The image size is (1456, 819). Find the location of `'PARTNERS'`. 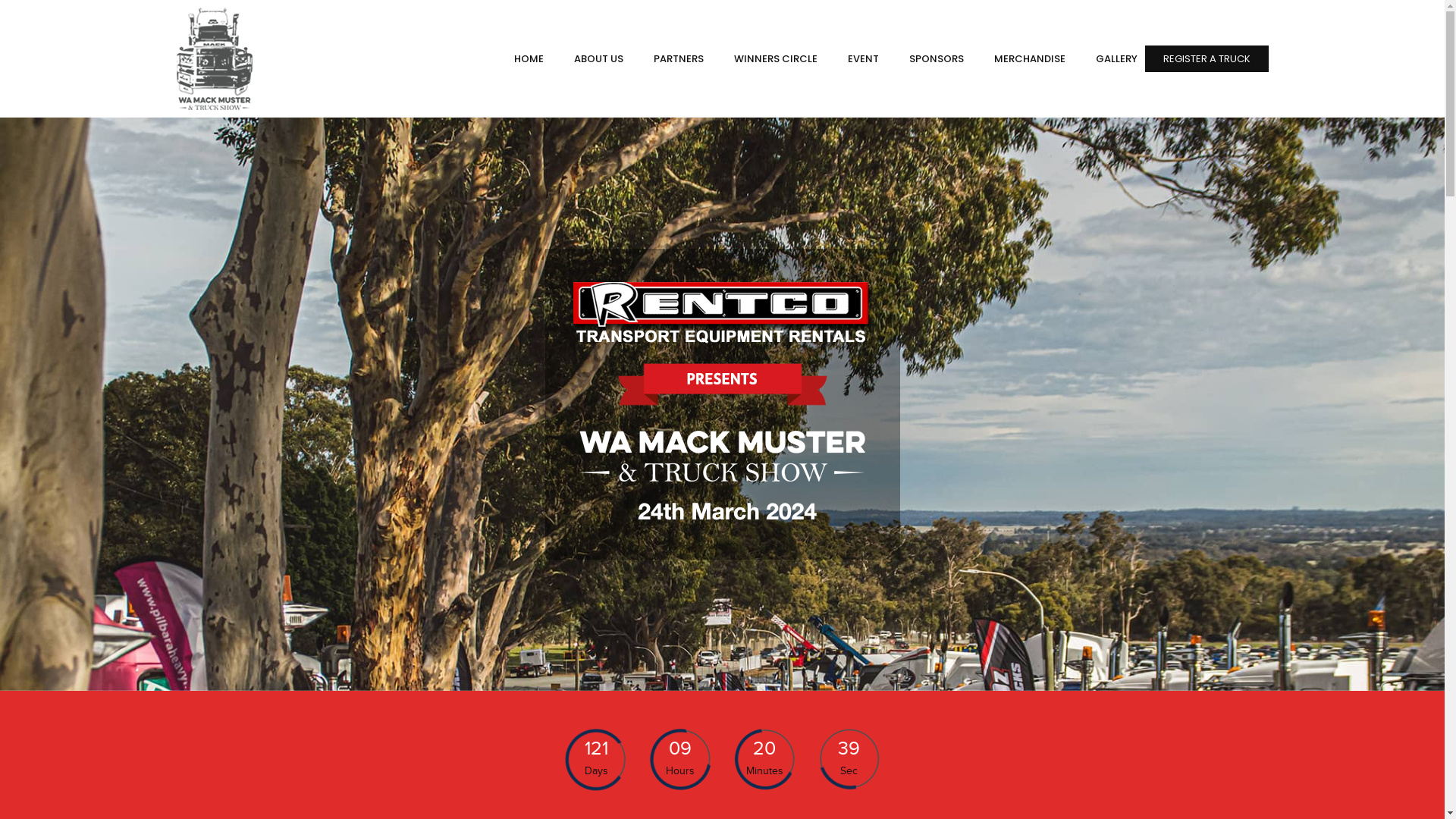

'PARTNERS' is located at coordinates (670, 58).